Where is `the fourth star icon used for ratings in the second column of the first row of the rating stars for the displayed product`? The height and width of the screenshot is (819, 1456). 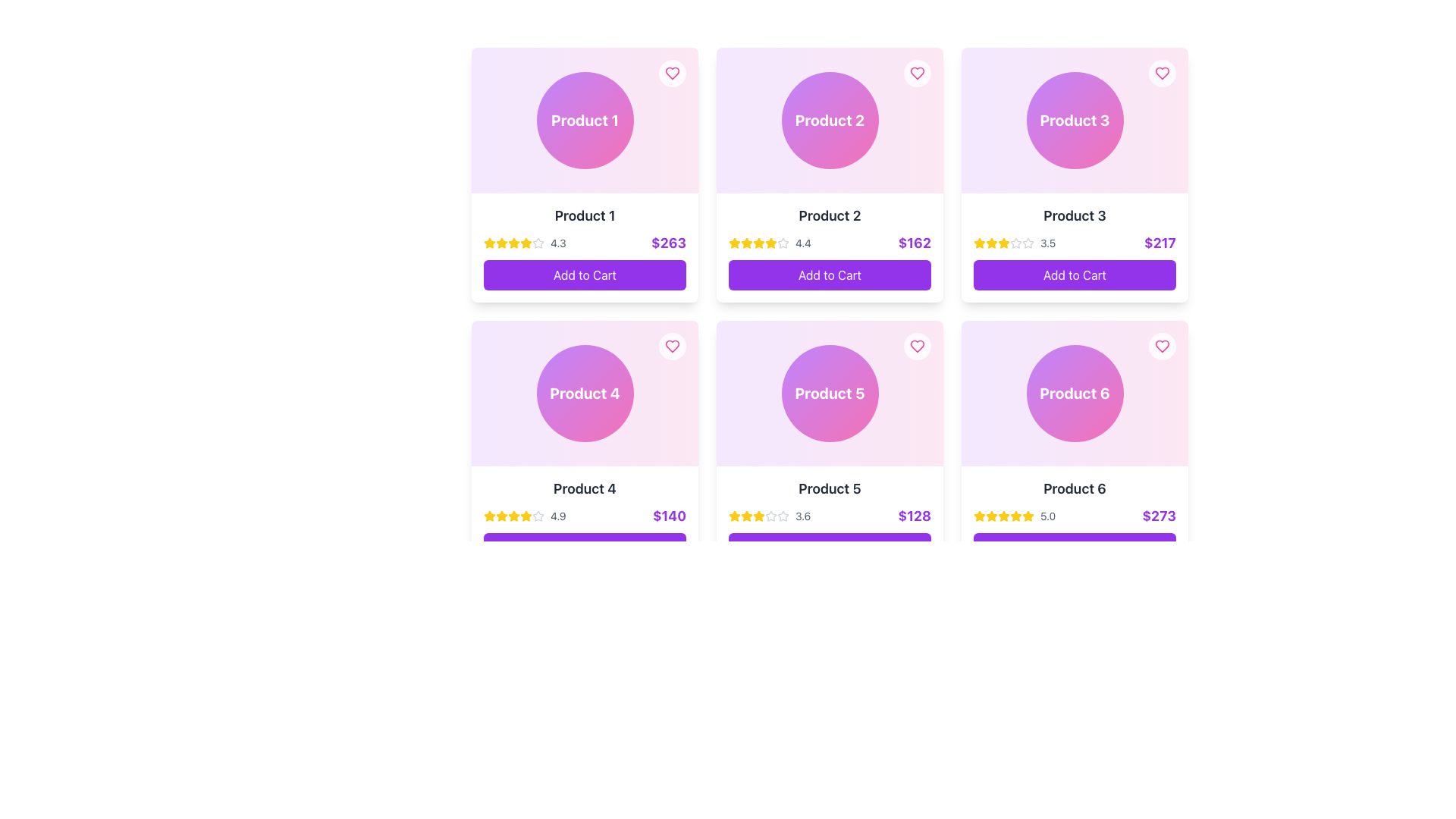
the fourth star icon used for ratings in the second column of the first row of the rating stars for the displayed product is located at coordinates (513, 515).